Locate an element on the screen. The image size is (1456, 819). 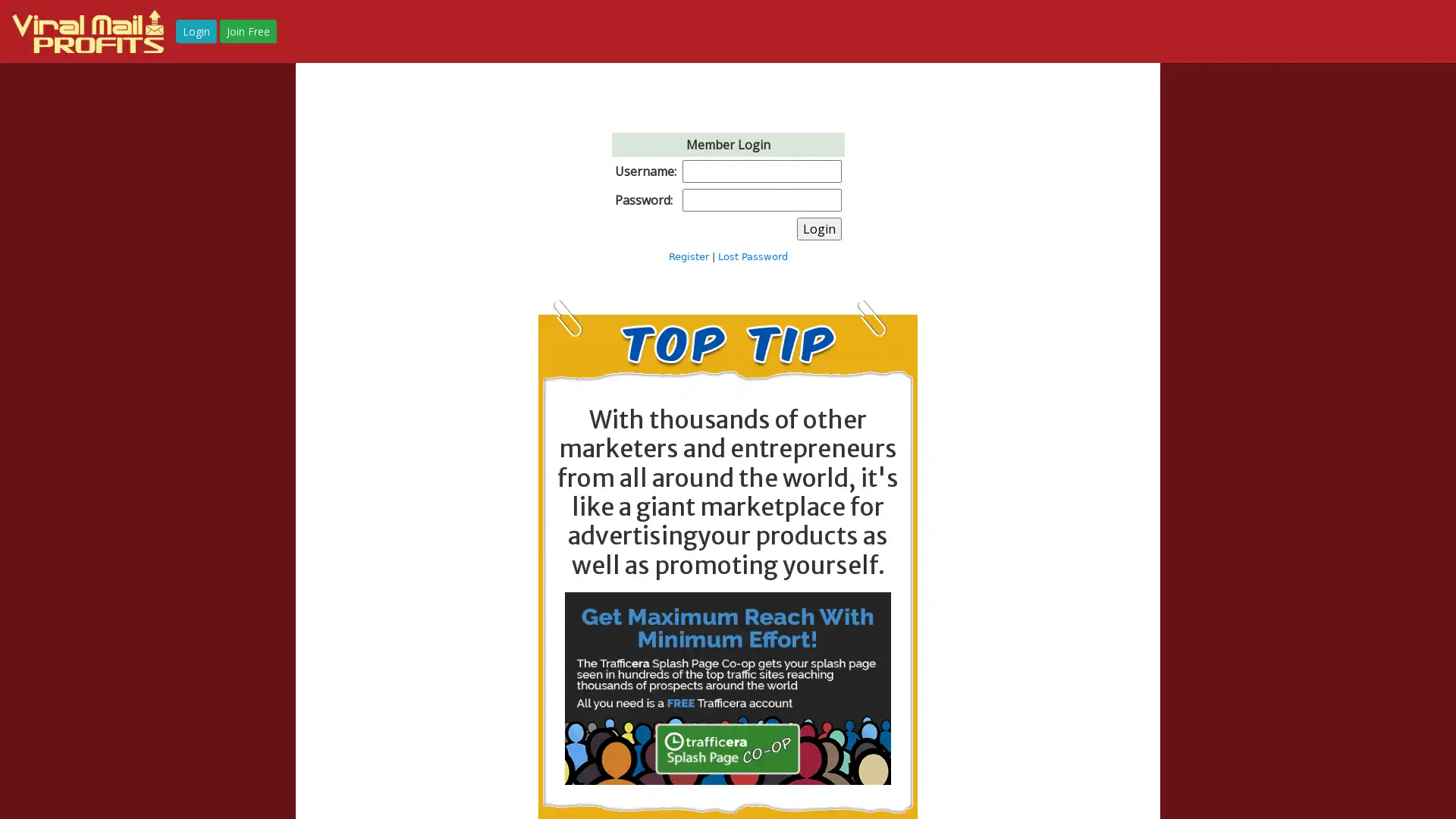
Login is located at coordinates (817, 227).